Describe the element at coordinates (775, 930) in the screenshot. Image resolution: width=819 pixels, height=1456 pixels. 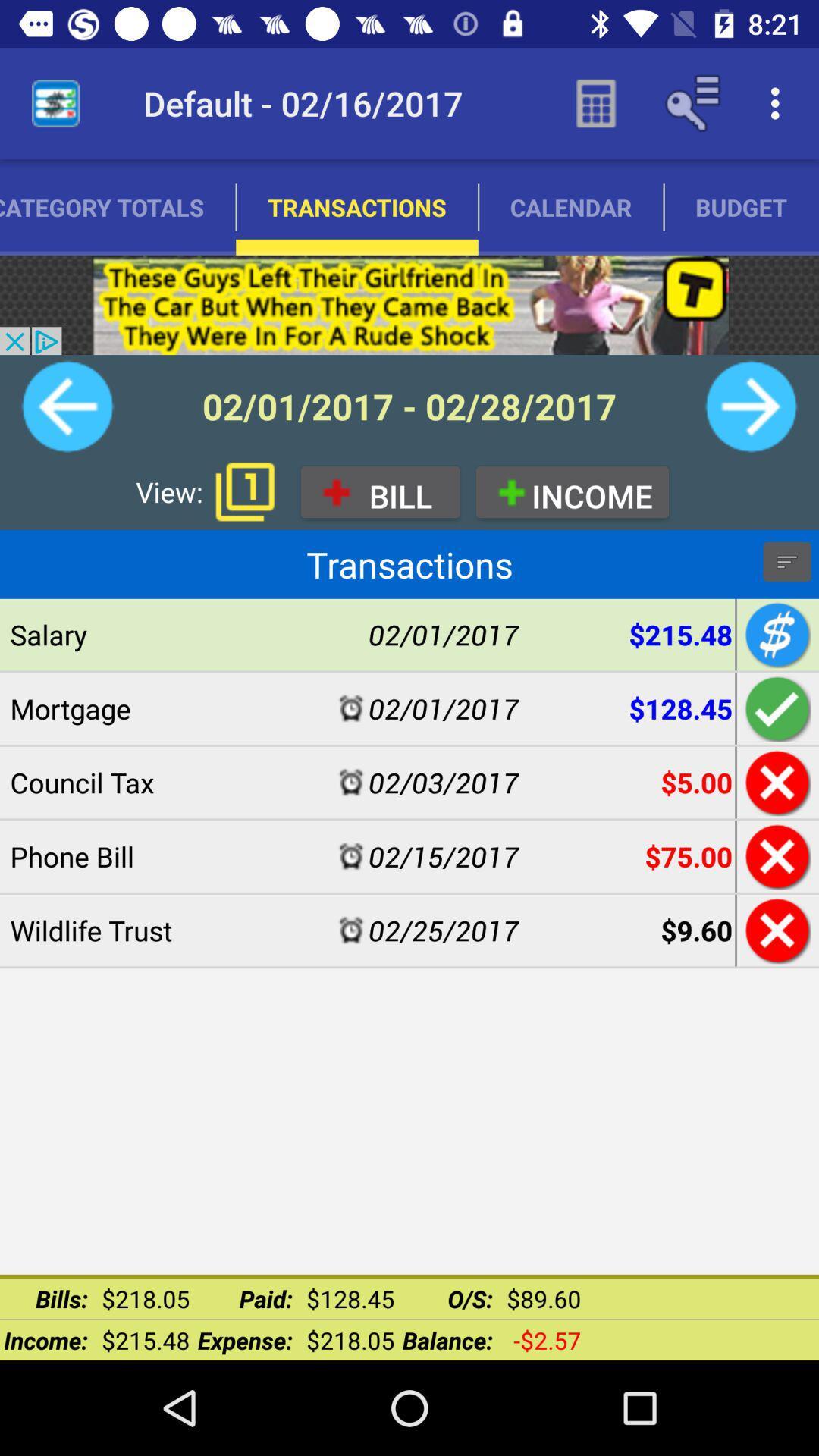
I see `exit wildlife trust` at that location.